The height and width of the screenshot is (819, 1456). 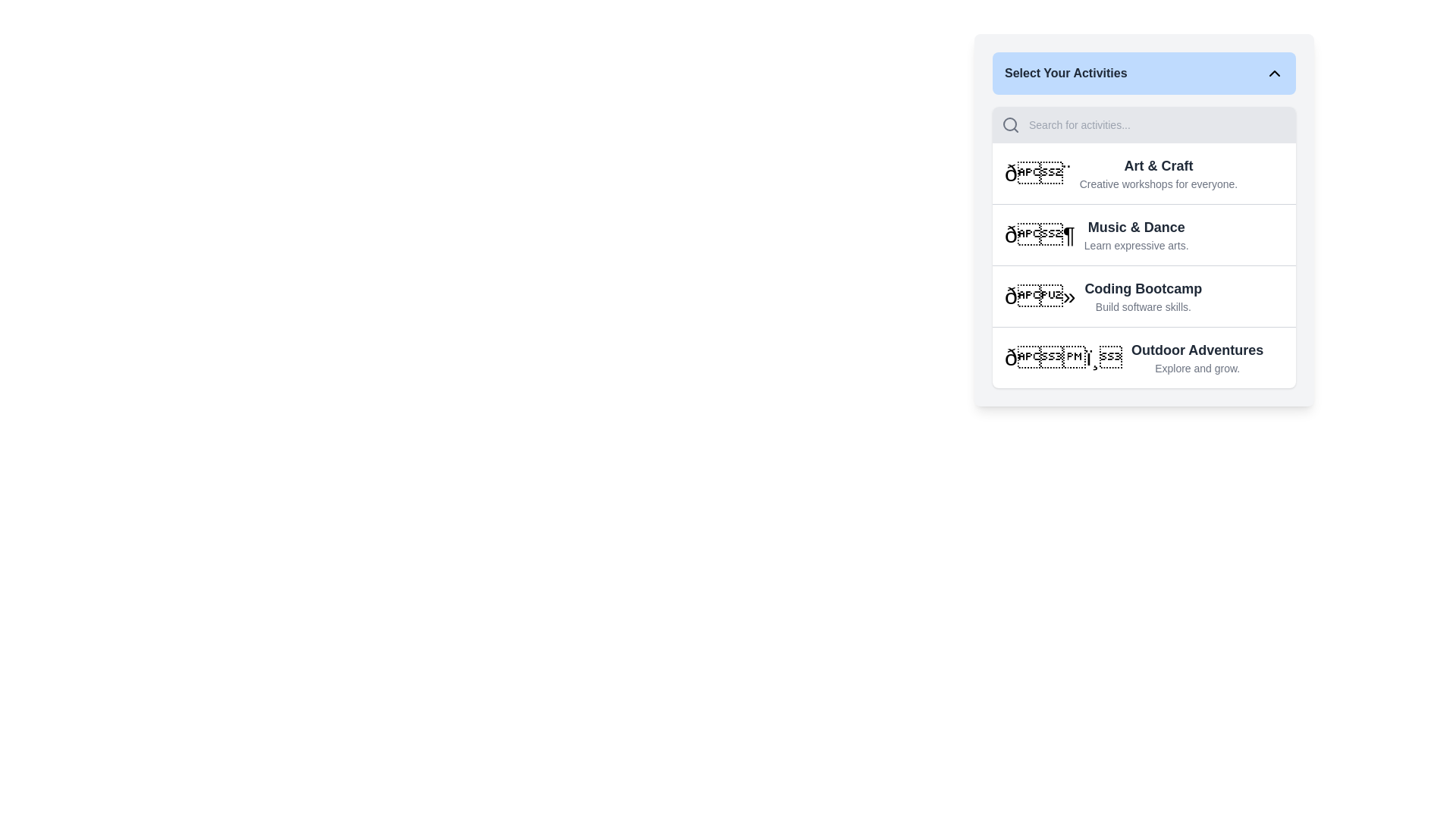 What do you see at coordinates (1144, 296) in the screenshot?
I see `the third informational list item labeled 'Coding Bootcamp' located under the header 'Select Your Activities'` at bounding box center [1144, 296].